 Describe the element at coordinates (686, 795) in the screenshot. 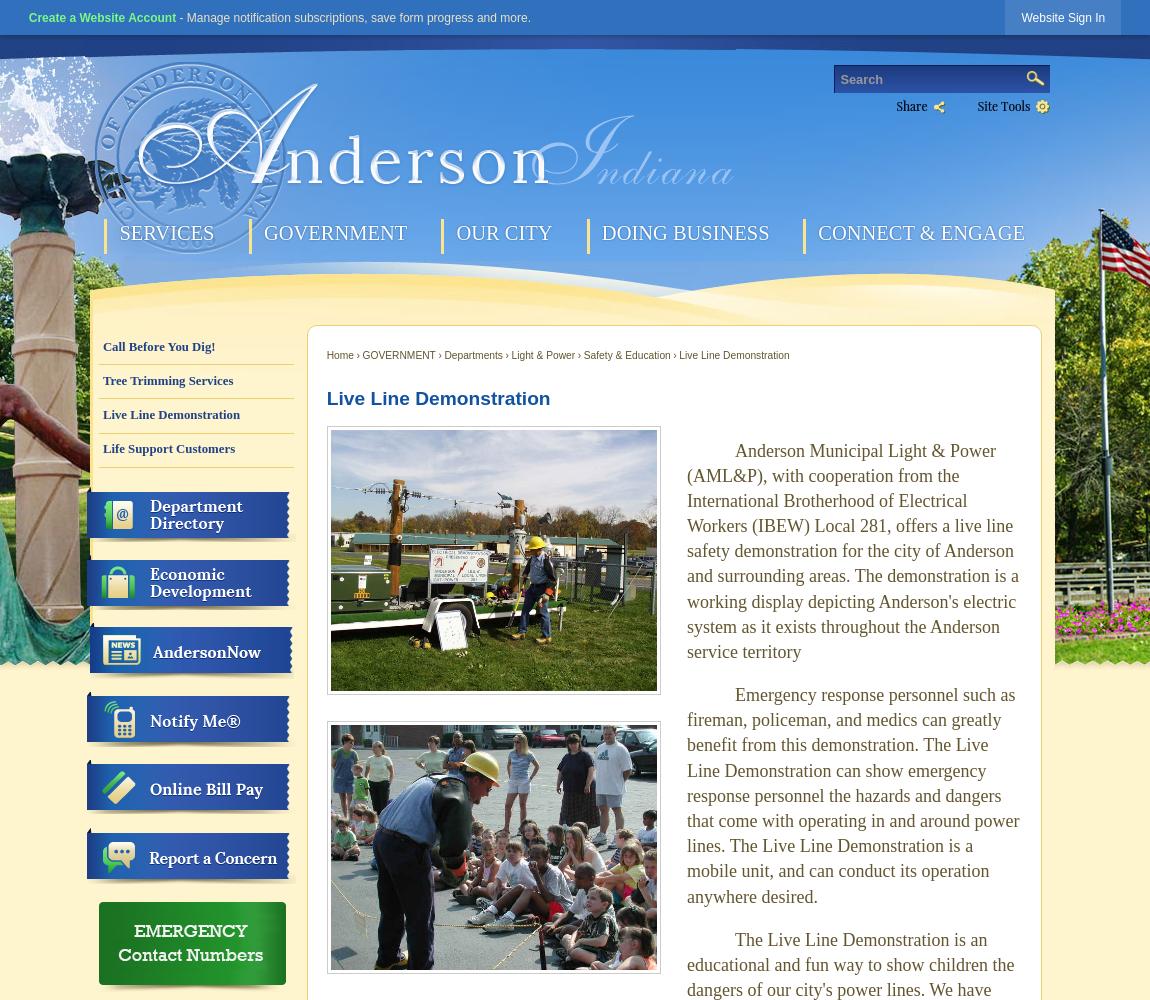

I see `'Emergency response personnel such as fireman, policeman, and medics can greatly benefit from this demonstration. The Live Line Demonstration can show emergency response personnel the hazards and dangers that come with operating in and around power lines. The Live Line Demonstration is a mobile unit, and can conduct its operation anywhere desired.'` at that location.